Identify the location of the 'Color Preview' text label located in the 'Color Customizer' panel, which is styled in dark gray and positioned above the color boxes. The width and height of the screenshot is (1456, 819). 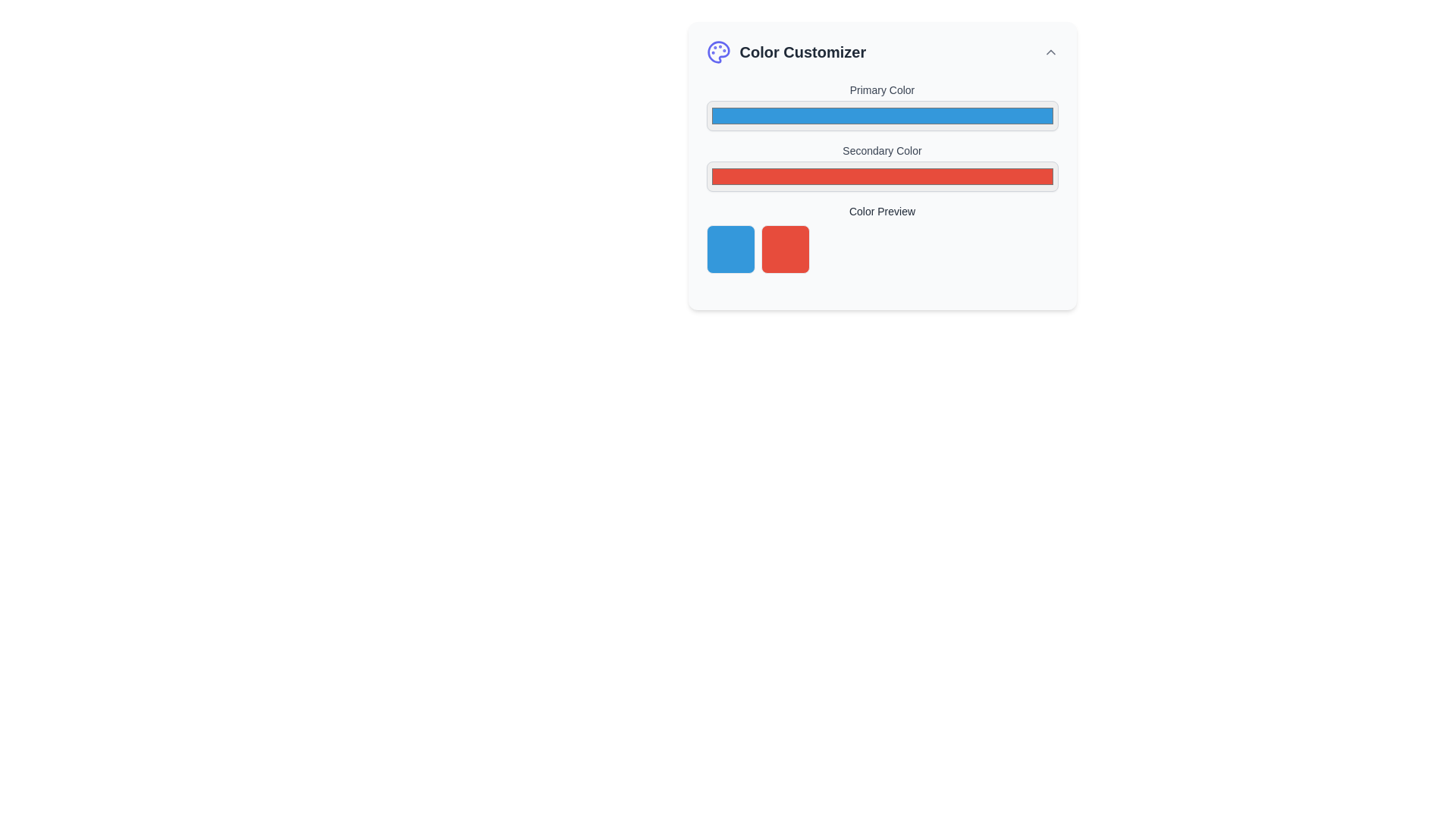
(882, 211).